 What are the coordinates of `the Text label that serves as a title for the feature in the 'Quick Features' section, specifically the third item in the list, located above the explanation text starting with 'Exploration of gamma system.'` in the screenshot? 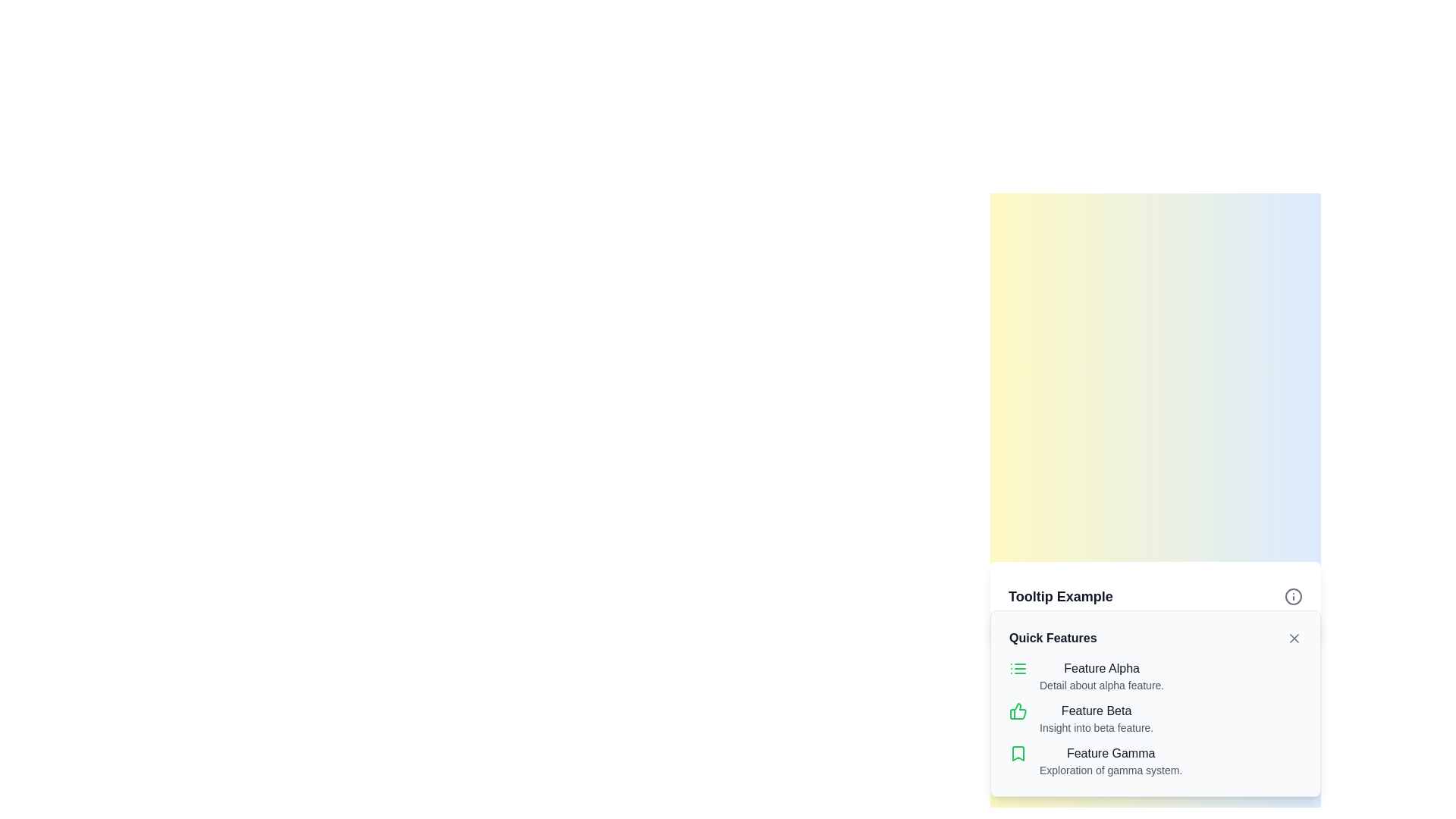 It's located at (1111, 754).